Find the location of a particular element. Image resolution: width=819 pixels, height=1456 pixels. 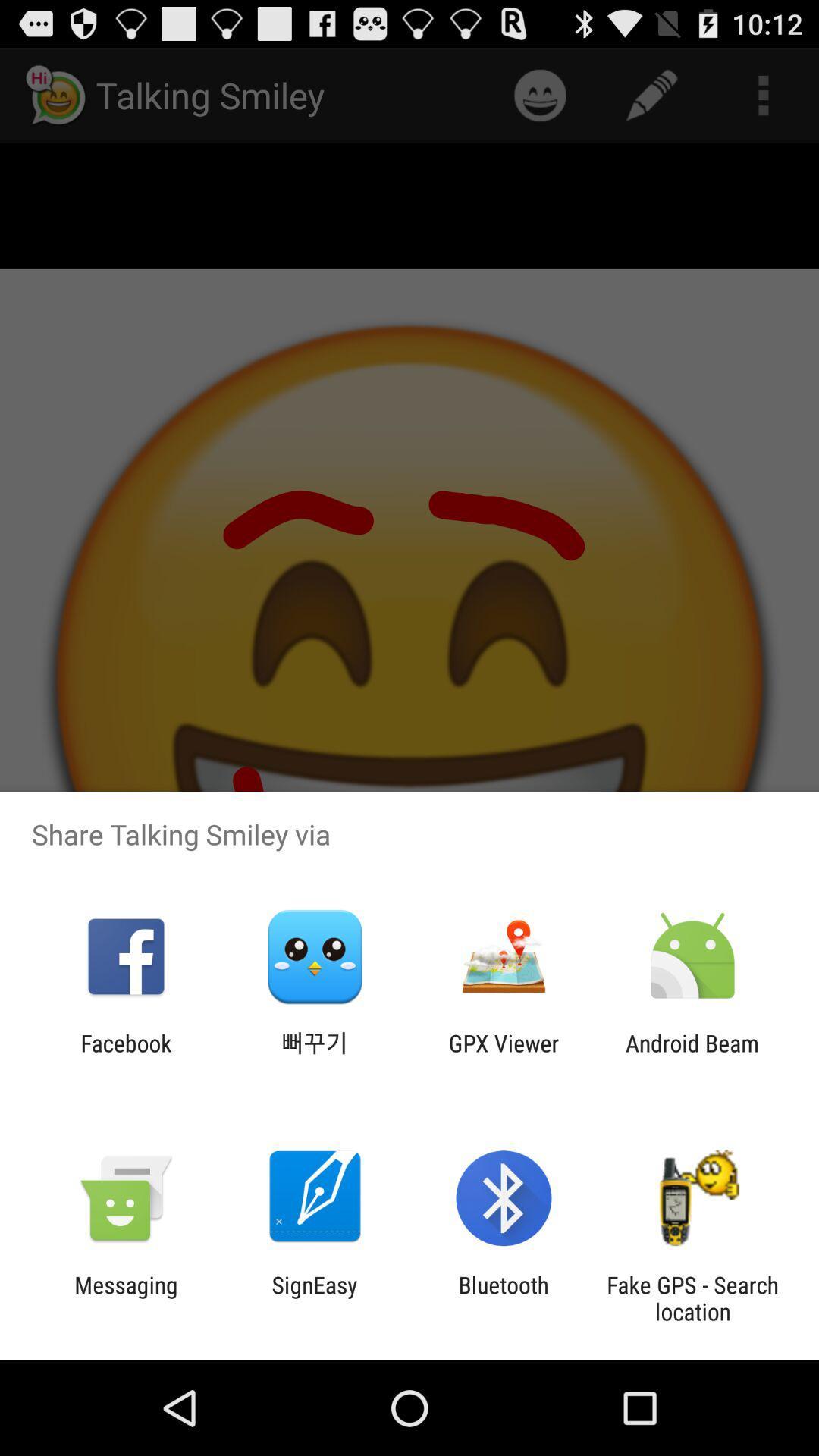

the signeasy icon is located at coordinates (314, 1298).